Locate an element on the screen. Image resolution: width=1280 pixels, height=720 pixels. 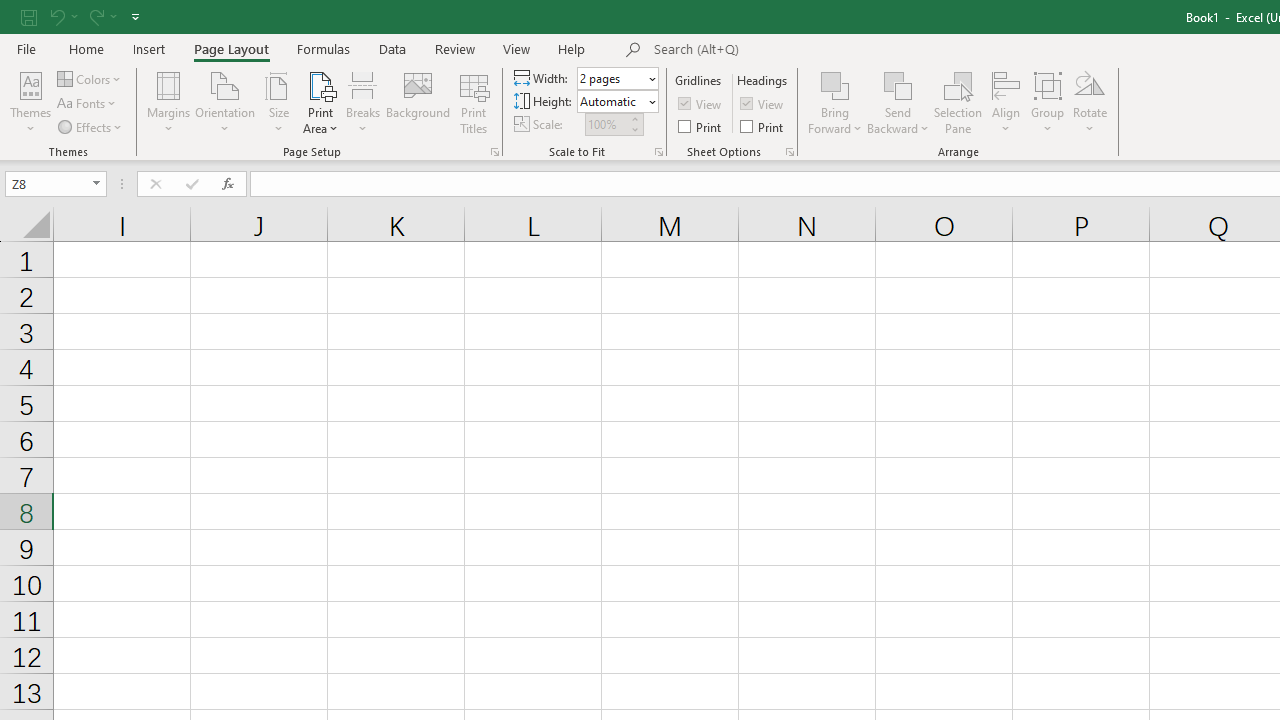
'File Tab' is located at coordinates (26, 47).